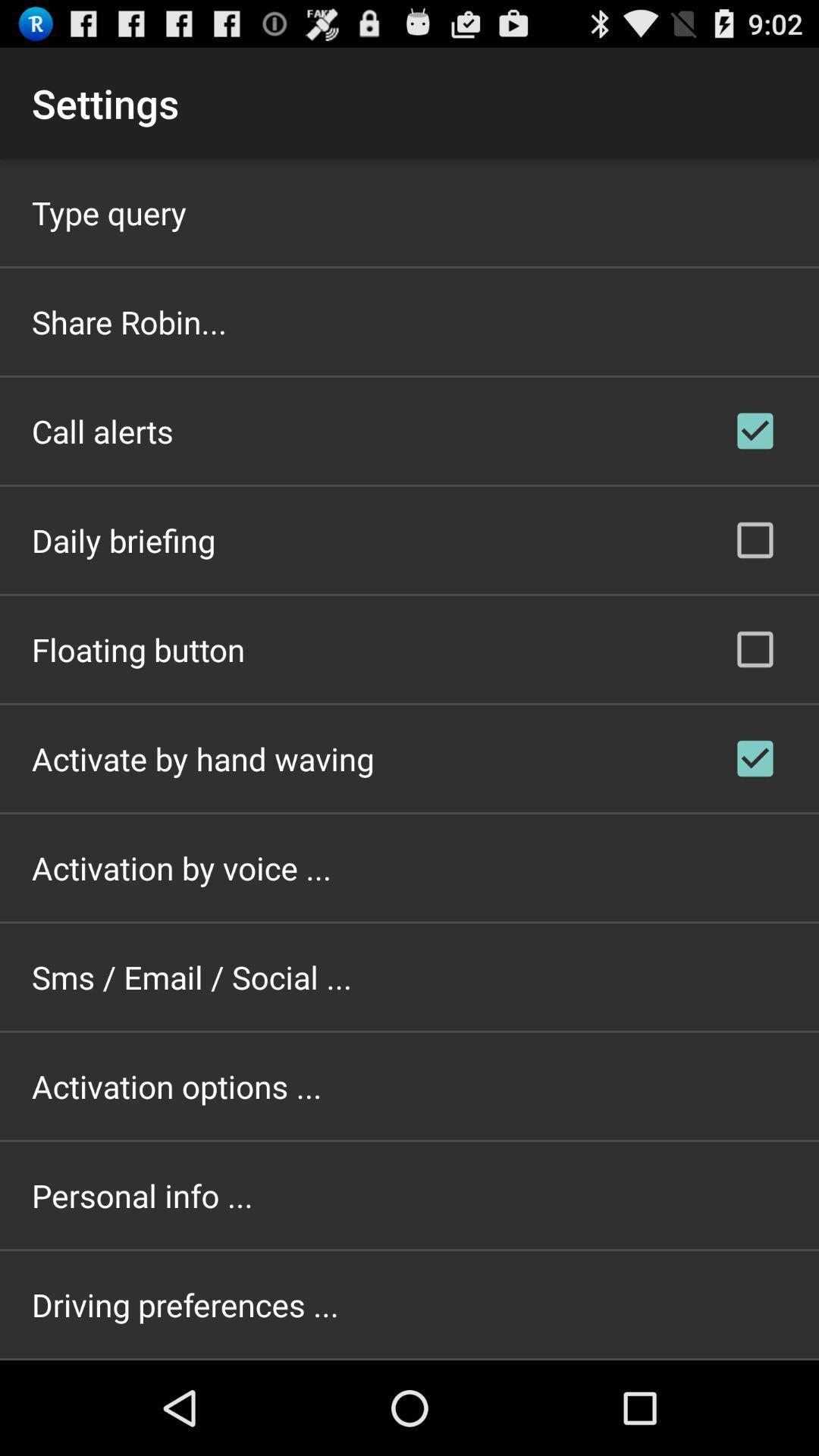 Image resolution: width=819 pixels, height=1456 pixels. What do you see at coordinates (123, 540) in the screenshot?
I see `the icon below the call alerts item` at bounding box center [123, 540].